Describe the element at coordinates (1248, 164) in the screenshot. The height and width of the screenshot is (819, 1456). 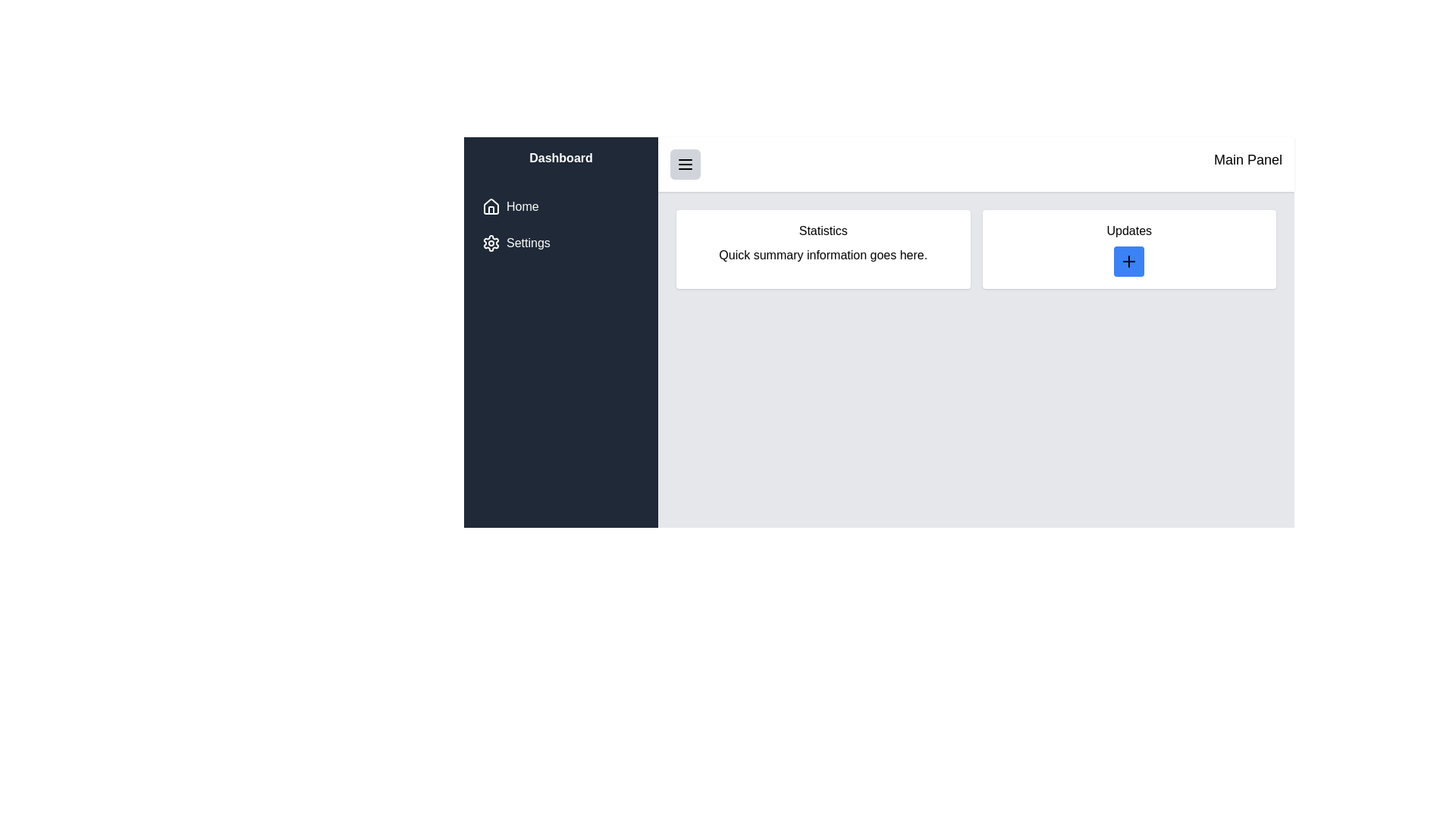
I see `descriptive label located at the upper right corner of the interface, within the white horizontal bar, which serves as a heading for the displayed section` at that location.